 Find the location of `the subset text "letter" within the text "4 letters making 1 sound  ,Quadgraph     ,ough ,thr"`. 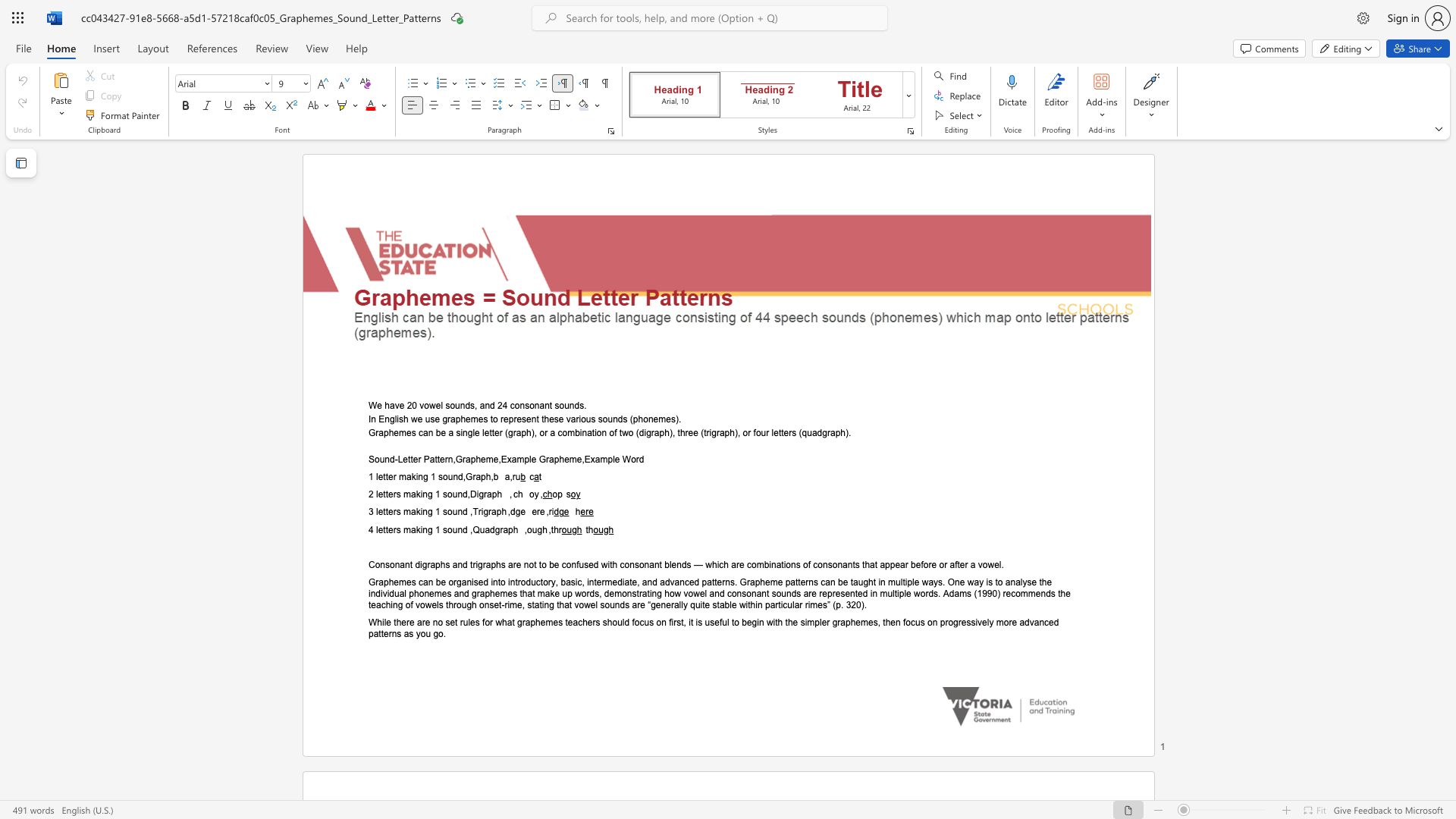

the subset text "letter" within the text "4 letters making 1 sound  ,Quadgraph     ,ough ,thr" is located at coordinates (375, 529).